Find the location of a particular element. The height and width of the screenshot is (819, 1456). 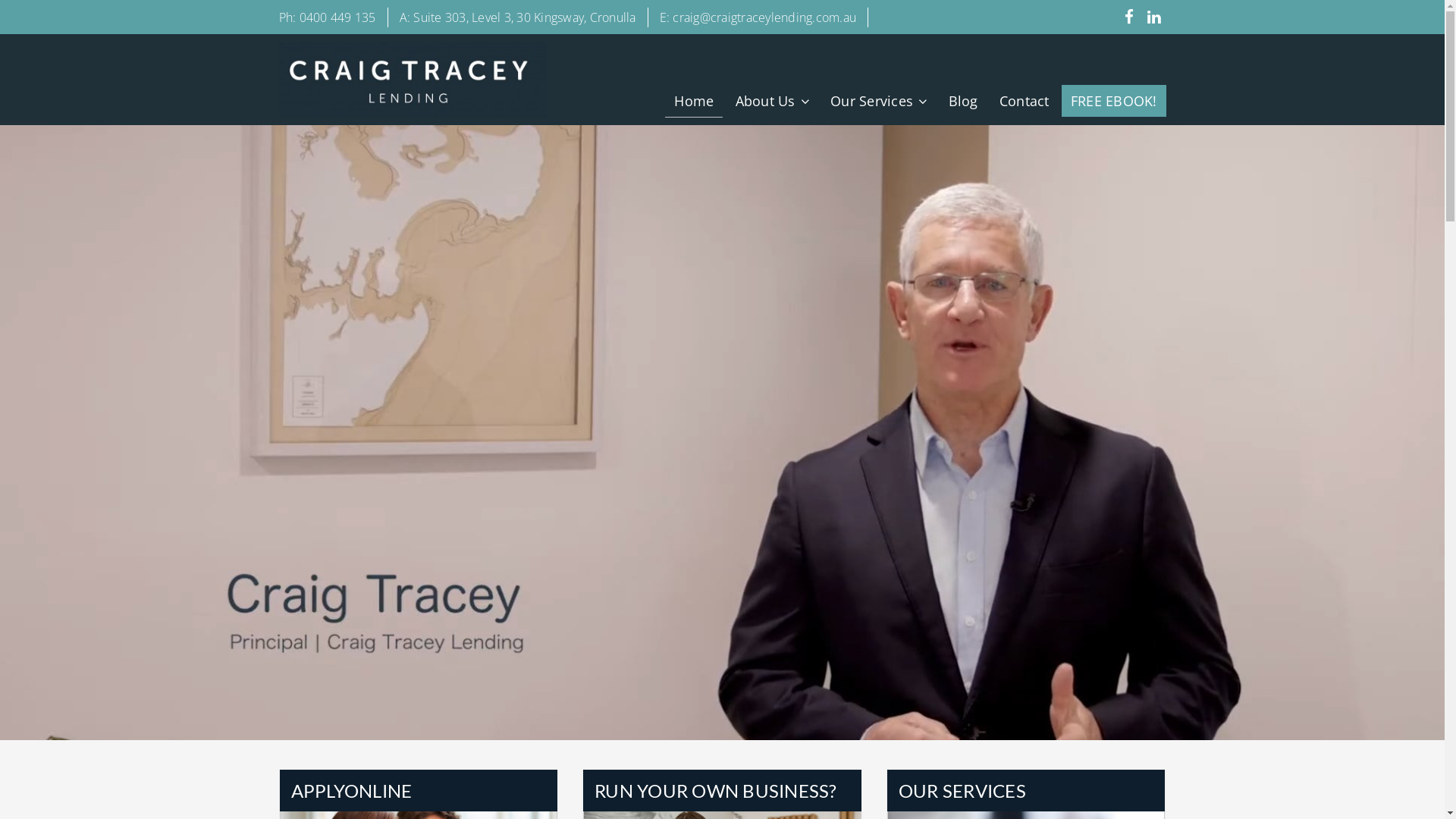

'FREE EBOOK!' is located at coordinates (1113, 100).